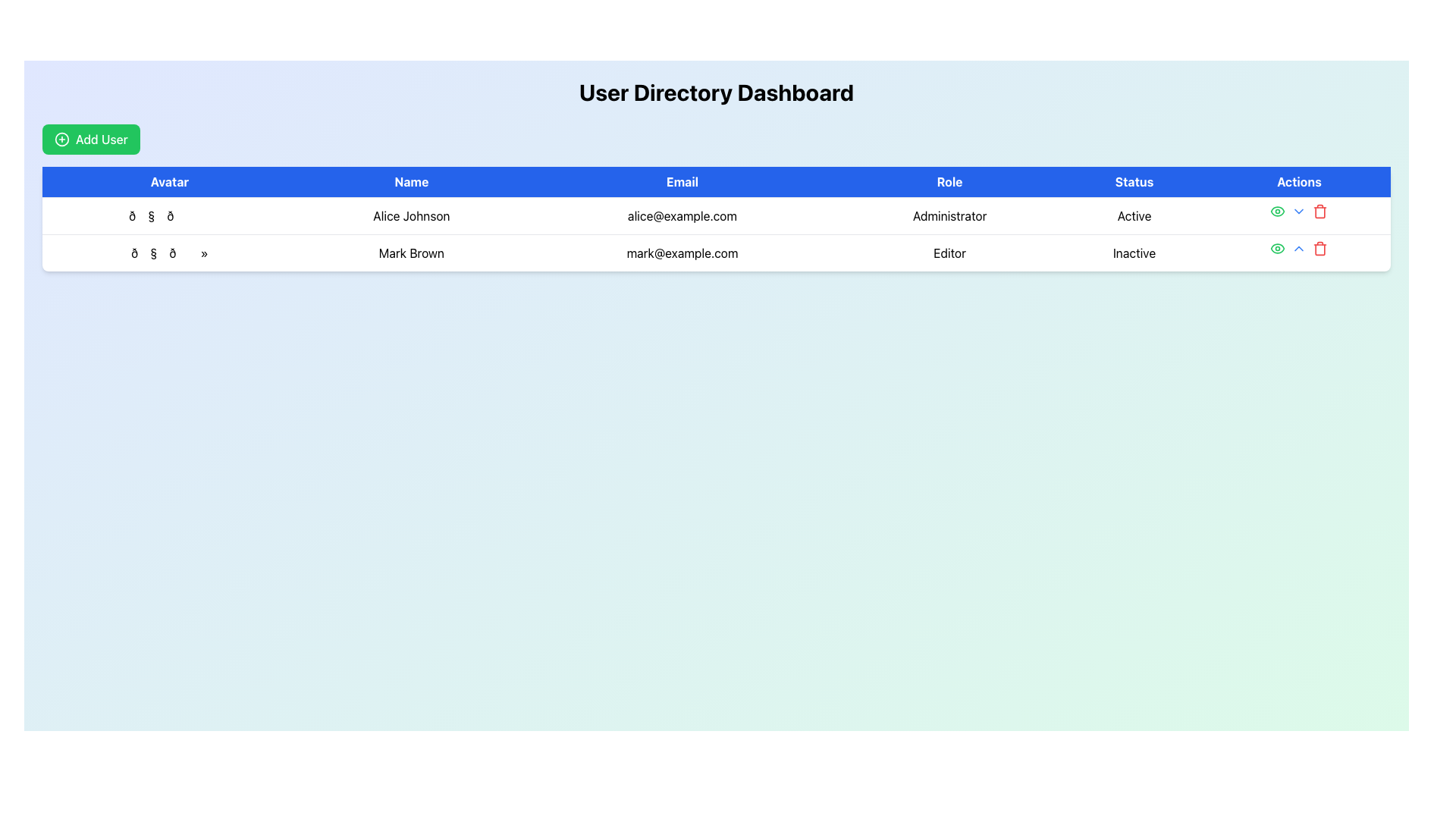 The height and width of the screenshot is (819, 1456). What do you see at coordinates (1134, 252) in the screenshot?
I see `the static text indicator that represents the status of the user 'Mark Brown' as 'Inactive', located in the 'Status' column of the user table` at bounding box center [1134, 252].